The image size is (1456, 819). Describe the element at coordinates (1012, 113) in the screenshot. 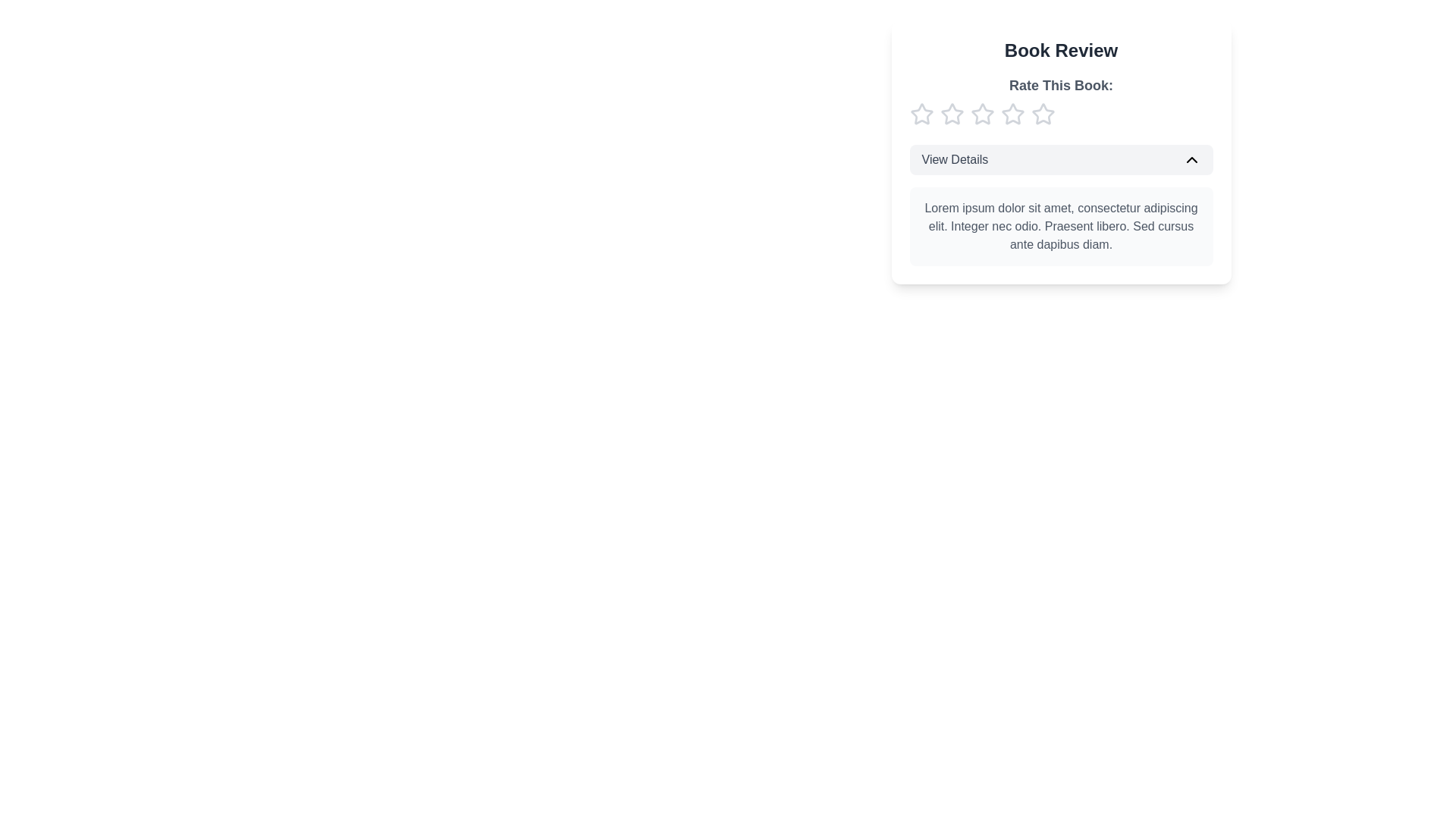

I see `the second star icon in the horizontal row of five star icons` at that location.